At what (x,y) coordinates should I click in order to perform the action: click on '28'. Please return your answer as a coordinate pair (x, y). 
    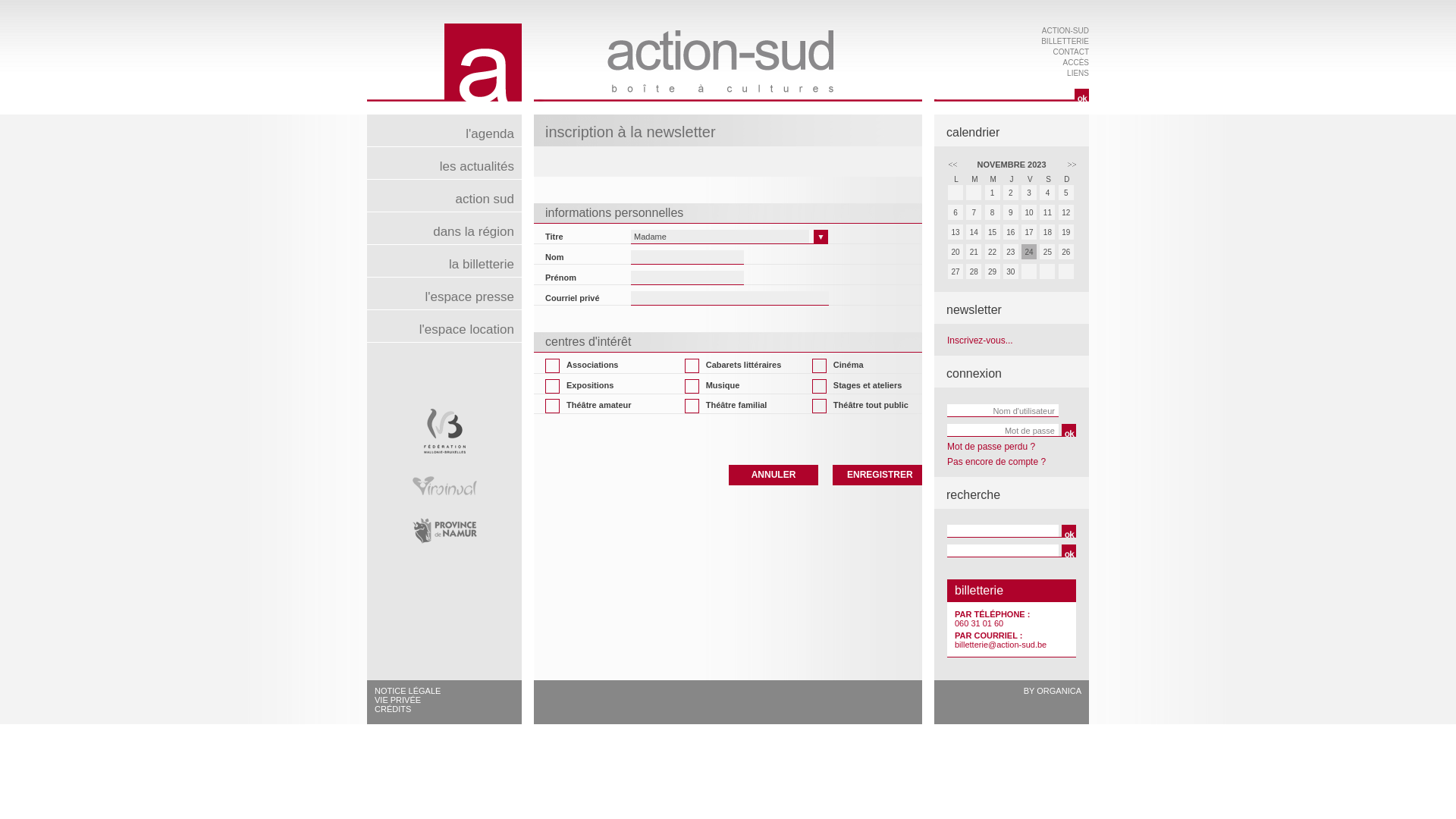
    Looking at the image, I should click on (974, 271).